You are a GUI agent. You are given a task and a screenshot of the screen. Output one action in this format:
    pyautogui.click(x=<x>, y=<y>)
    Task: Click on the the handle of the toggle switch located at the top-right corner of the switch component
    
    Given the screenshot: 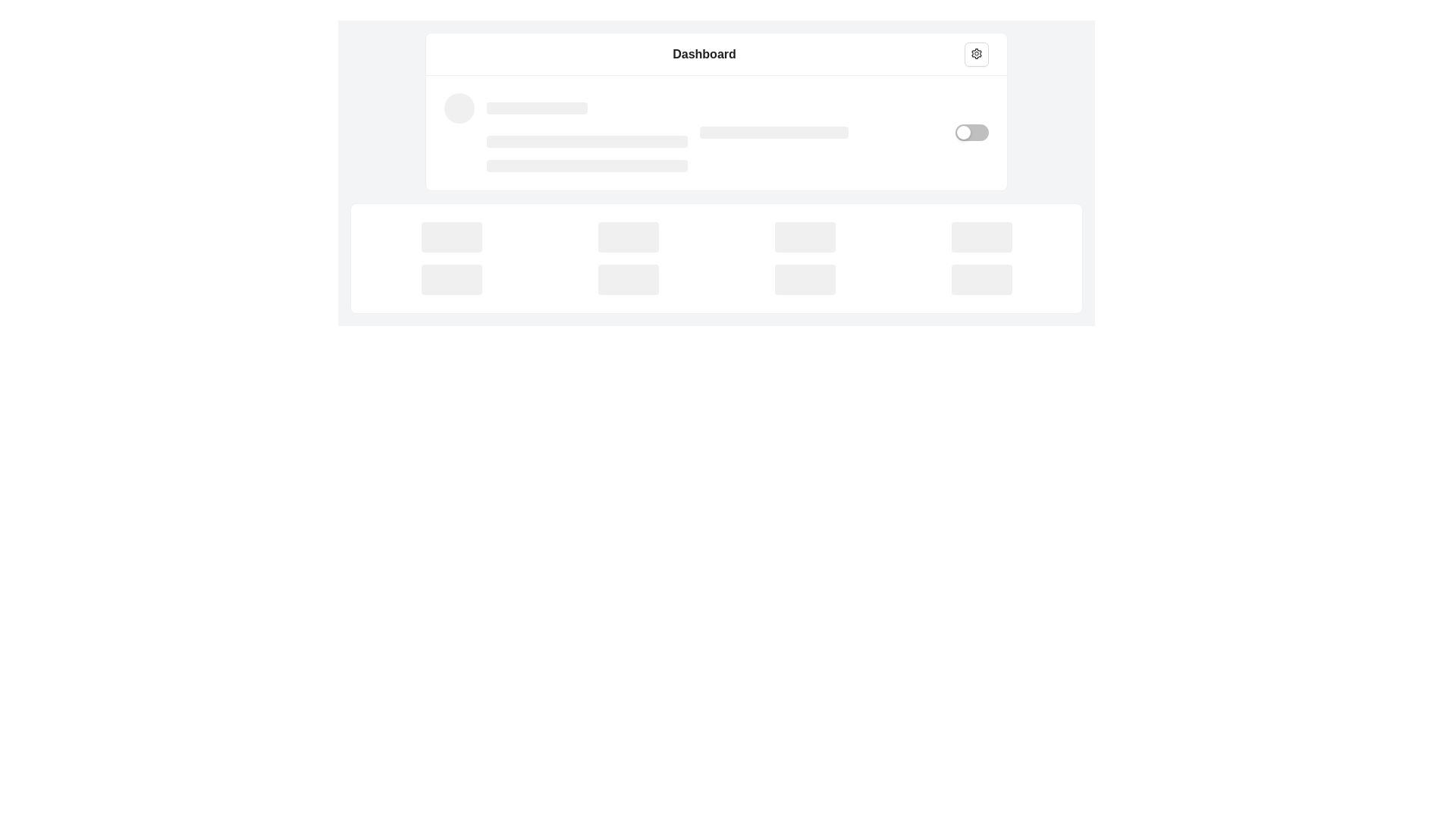 What is the action you would take?
    pyautogui.click(x=963, y=131)
    